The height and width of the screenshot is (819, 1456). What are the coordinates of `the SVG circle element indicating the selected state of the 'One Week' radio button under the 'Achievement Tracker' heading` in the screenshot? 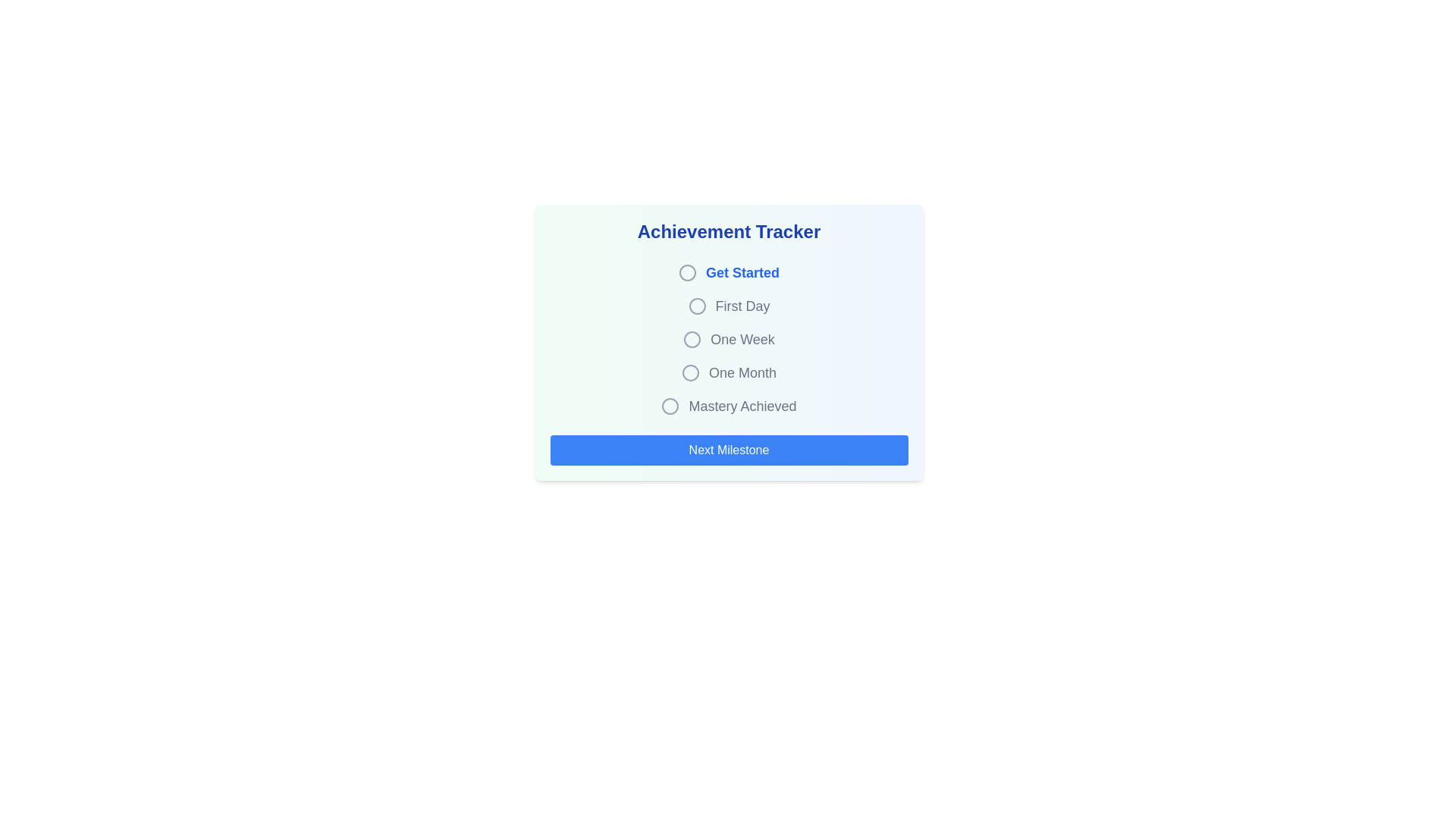 It's located at (692, 338).